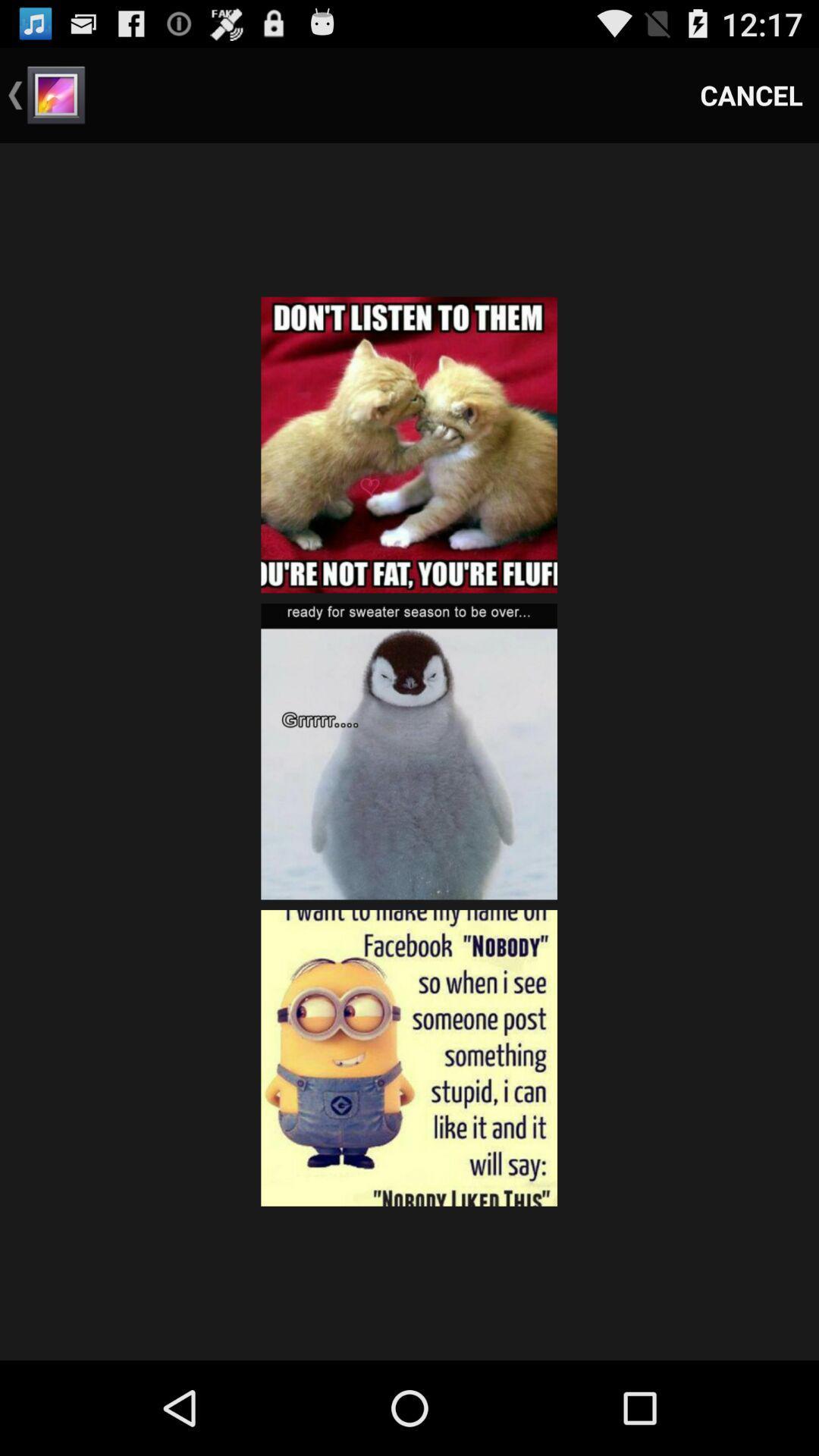 This screenshot has height=1456, width=819. Describe the element at coordinates (752, 94) in the screenshot. I see `the cancel` at that location.